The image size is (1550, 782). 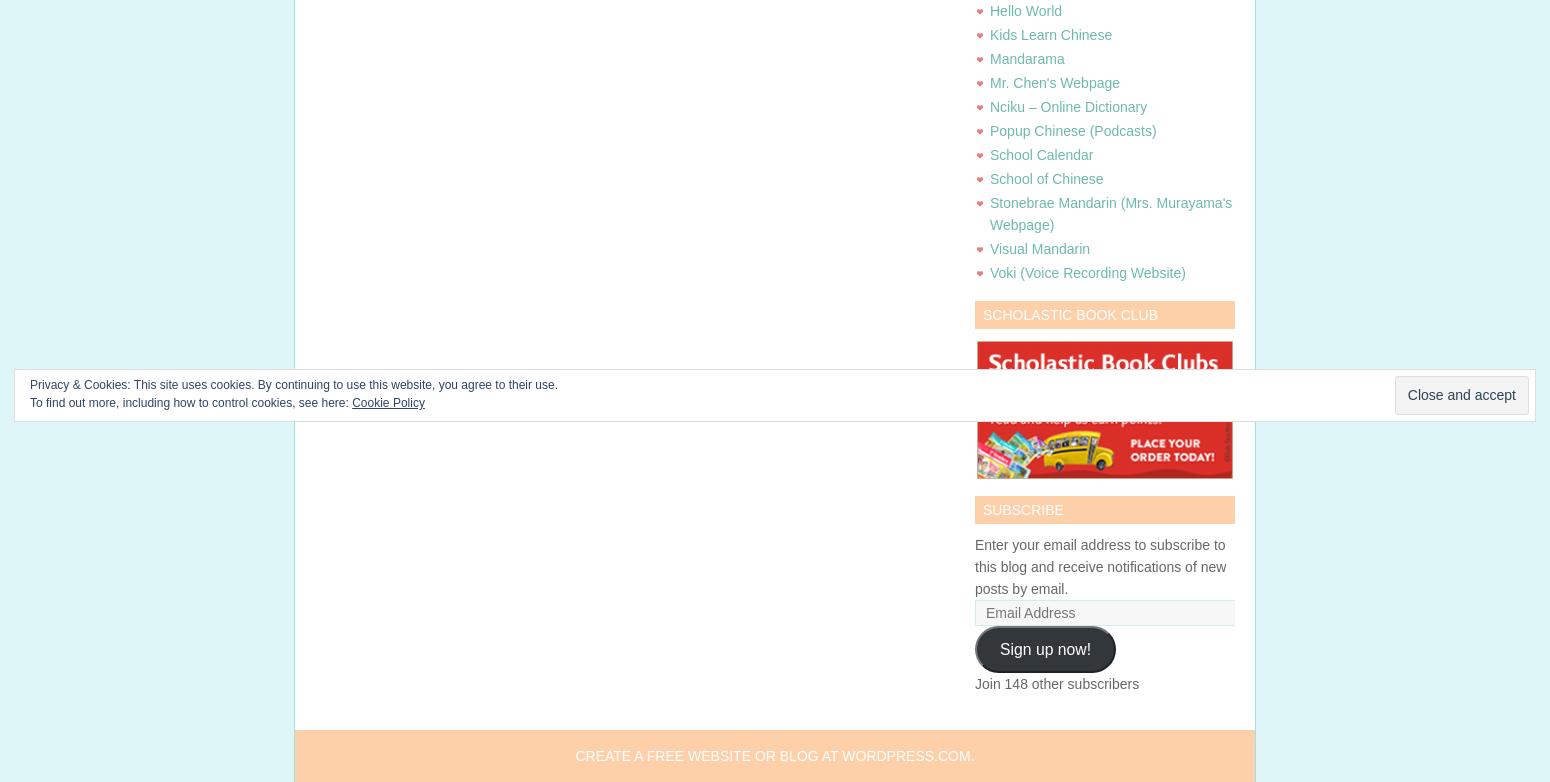 I want to click on 'Enter your email address to subscribe to this blog and receive notifications of new posts by email.', so click(x=1099, y=567).